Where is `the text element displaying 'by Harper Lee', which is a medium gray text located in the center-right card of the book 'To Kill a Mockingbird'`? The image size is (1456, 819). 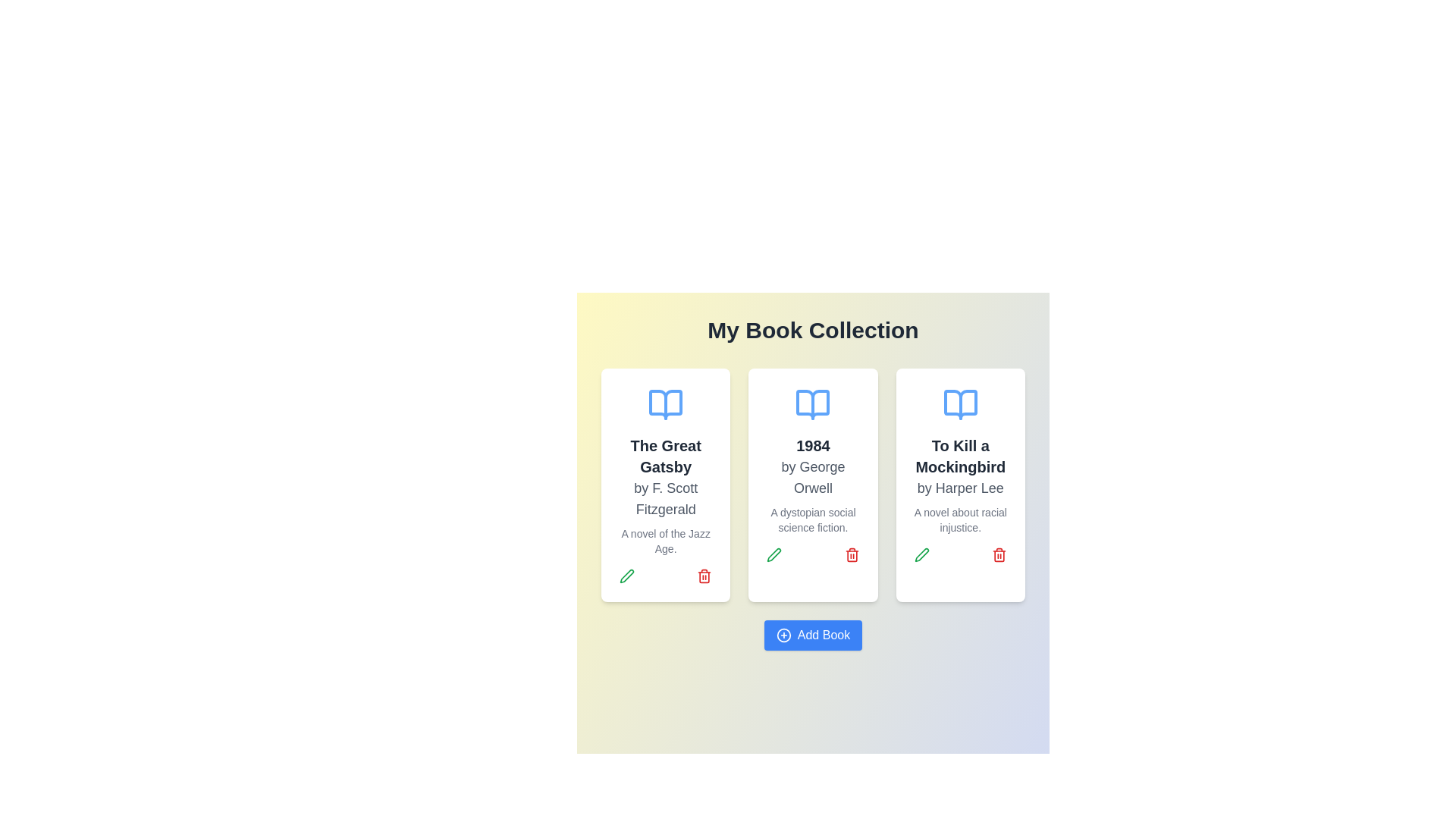 the text element displaying 'by Harper Lee', which is a medium gray text located in the center-right card of the book 'To Kill a Mockingbird' is located at coordinates (959, 488).